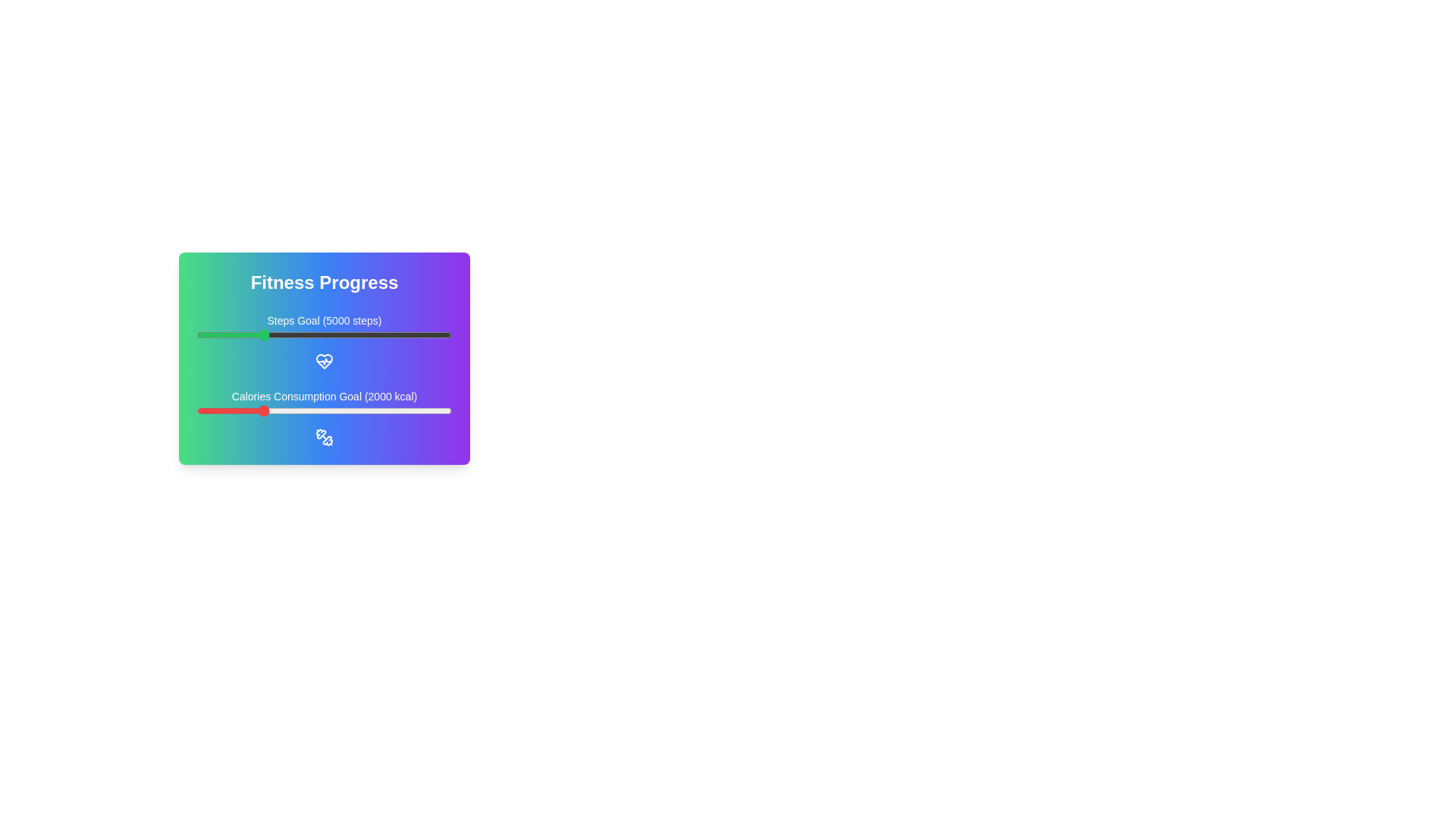  What do you see at coordinates (240, 334) in the screenshot?
I see `the steps goal` at bounding box center [240, 334].